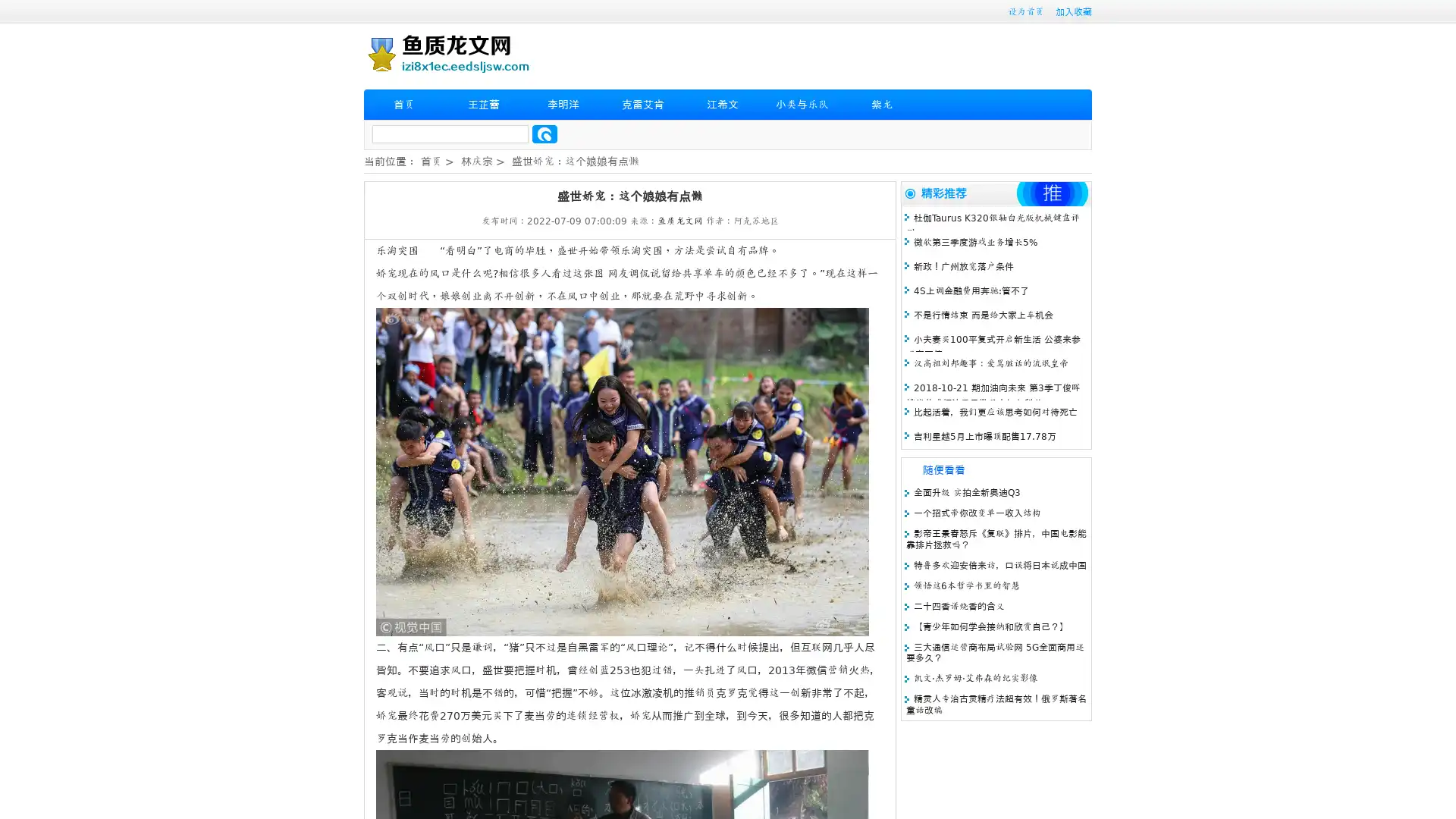 The width and height of the screenshot is (1456, 819). What do you see at coordinates (544, 133) in the screenshot?
I see `Search` at bounding box center [544, 133].